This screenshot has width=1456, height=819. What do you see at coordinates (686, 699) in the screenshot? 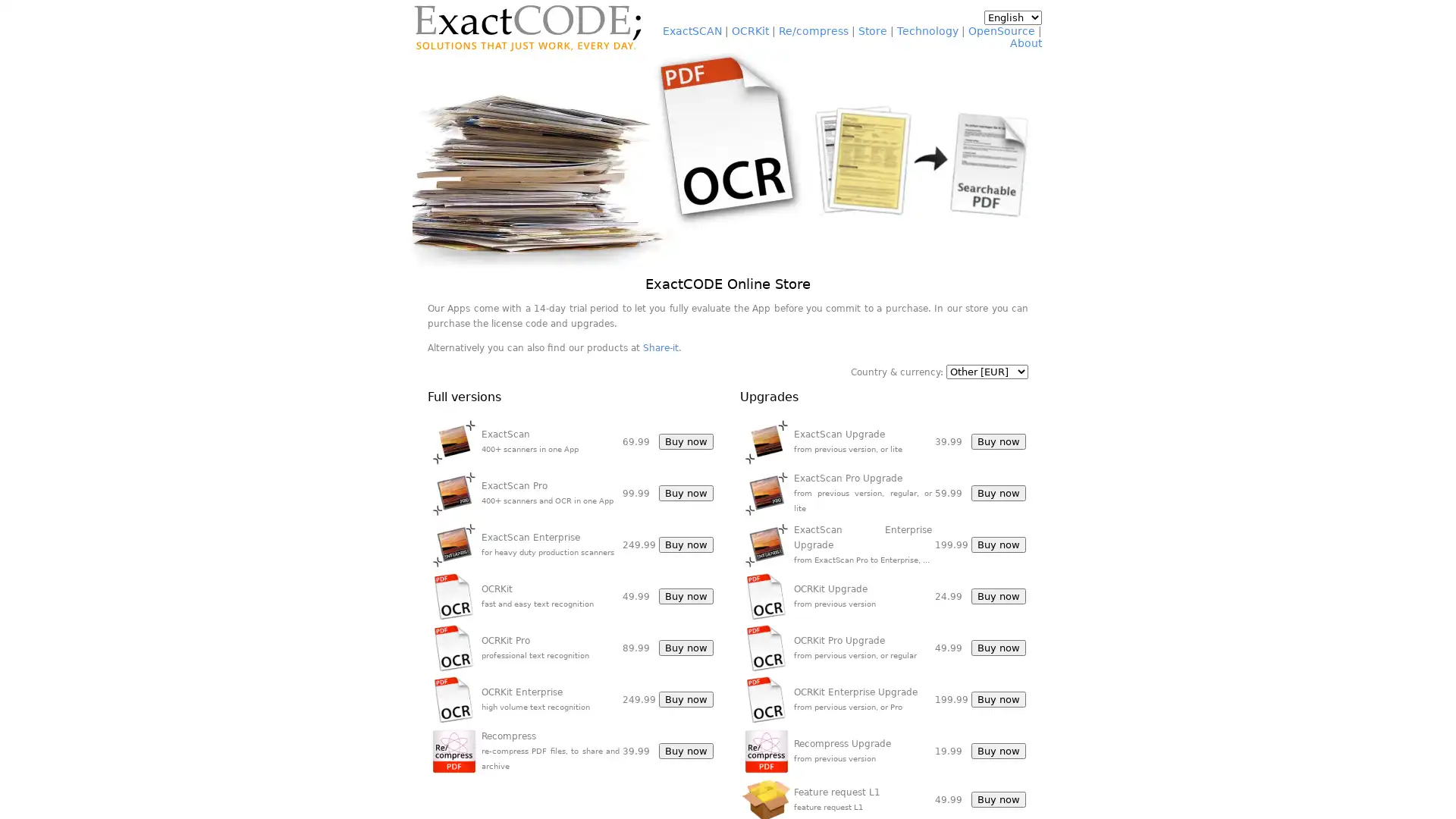
I see `Buy now` at bounding box center [686, 699].